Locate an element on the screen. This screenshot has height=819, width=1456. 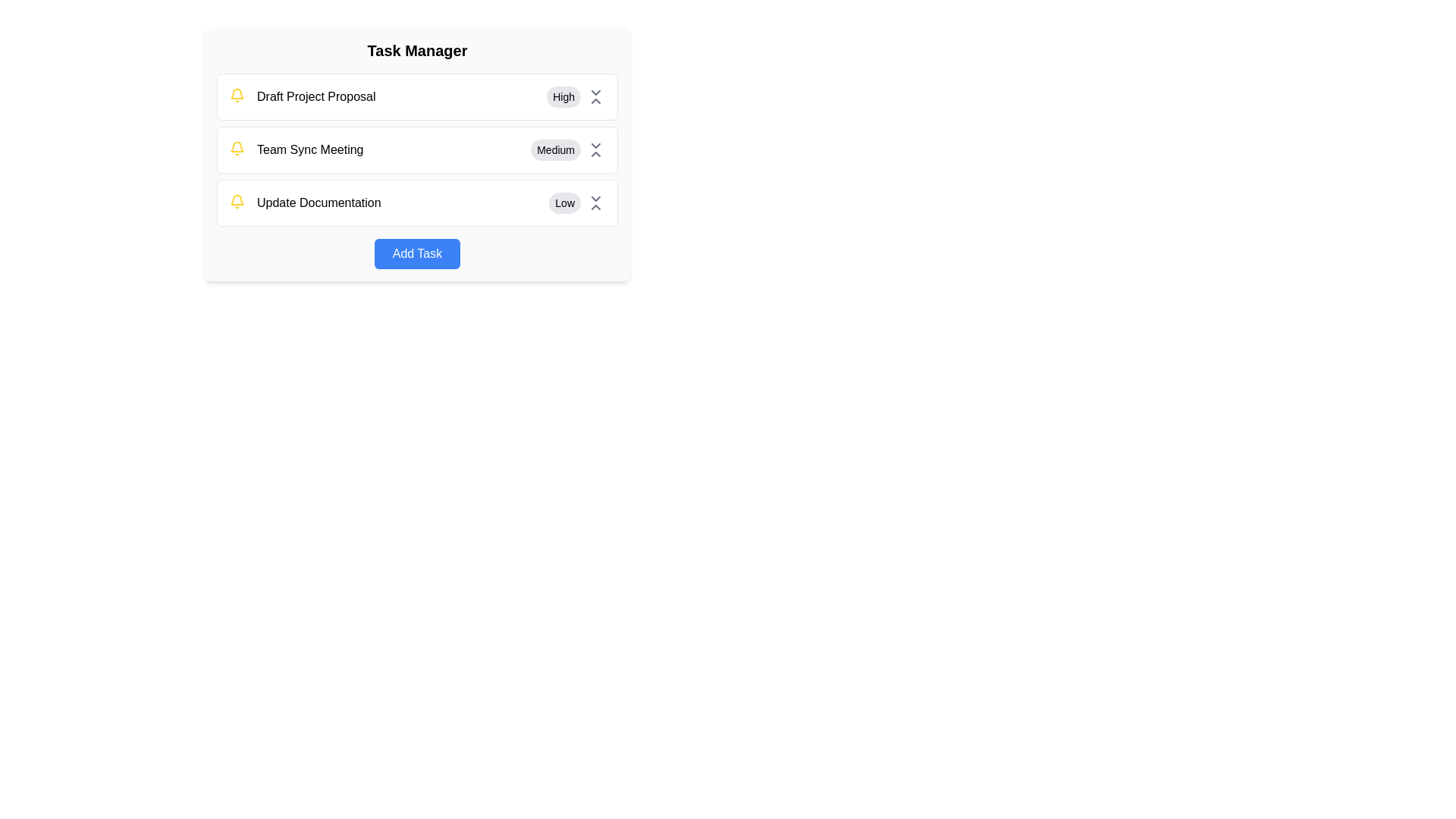
the interactive button of the second task entry in the task manager interface, which displays the task's title and priority is located at coordinates (417, 155).